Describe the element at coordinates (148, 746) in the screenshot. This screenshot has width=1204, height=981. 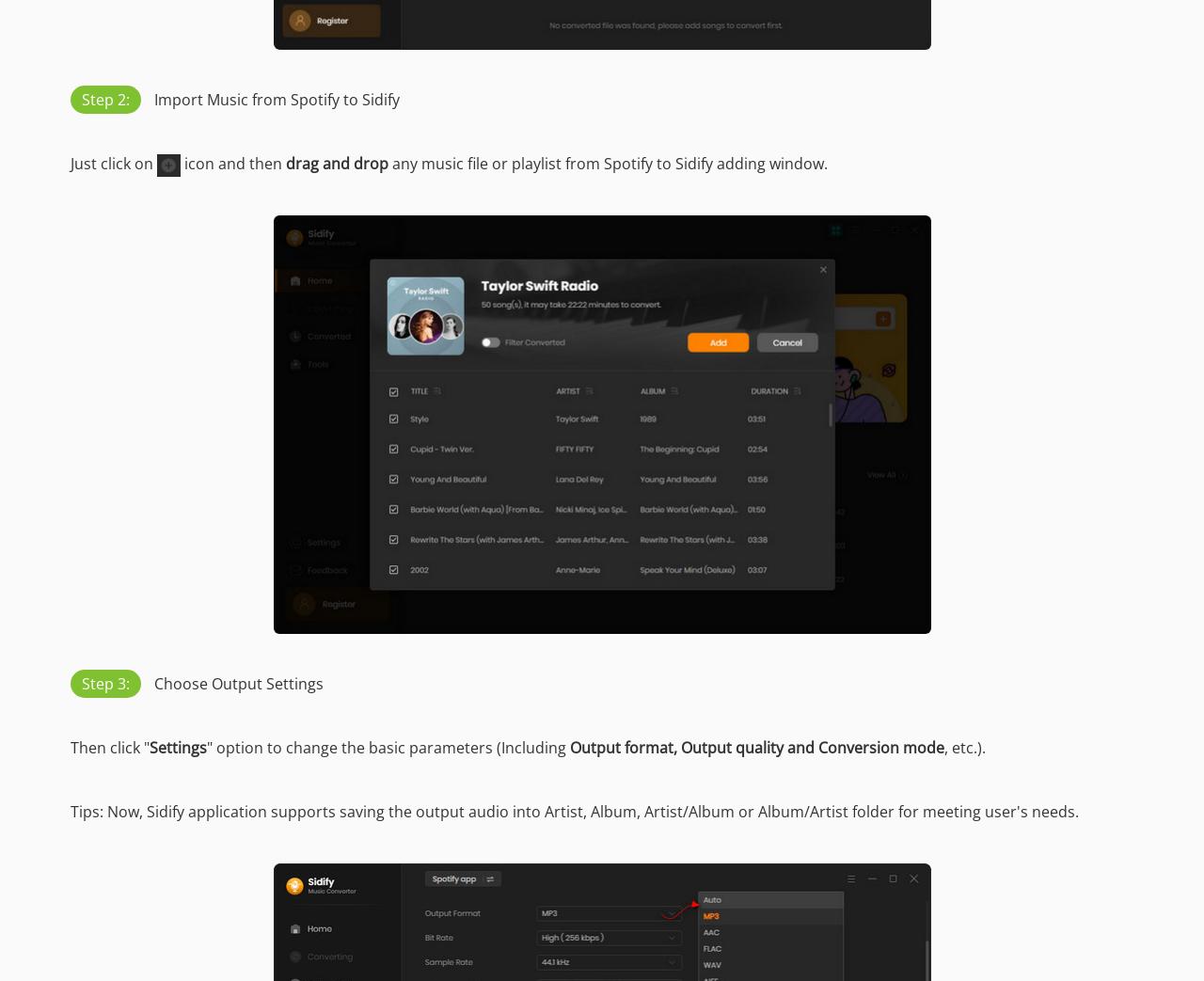
I see `'Settings'` at that location.